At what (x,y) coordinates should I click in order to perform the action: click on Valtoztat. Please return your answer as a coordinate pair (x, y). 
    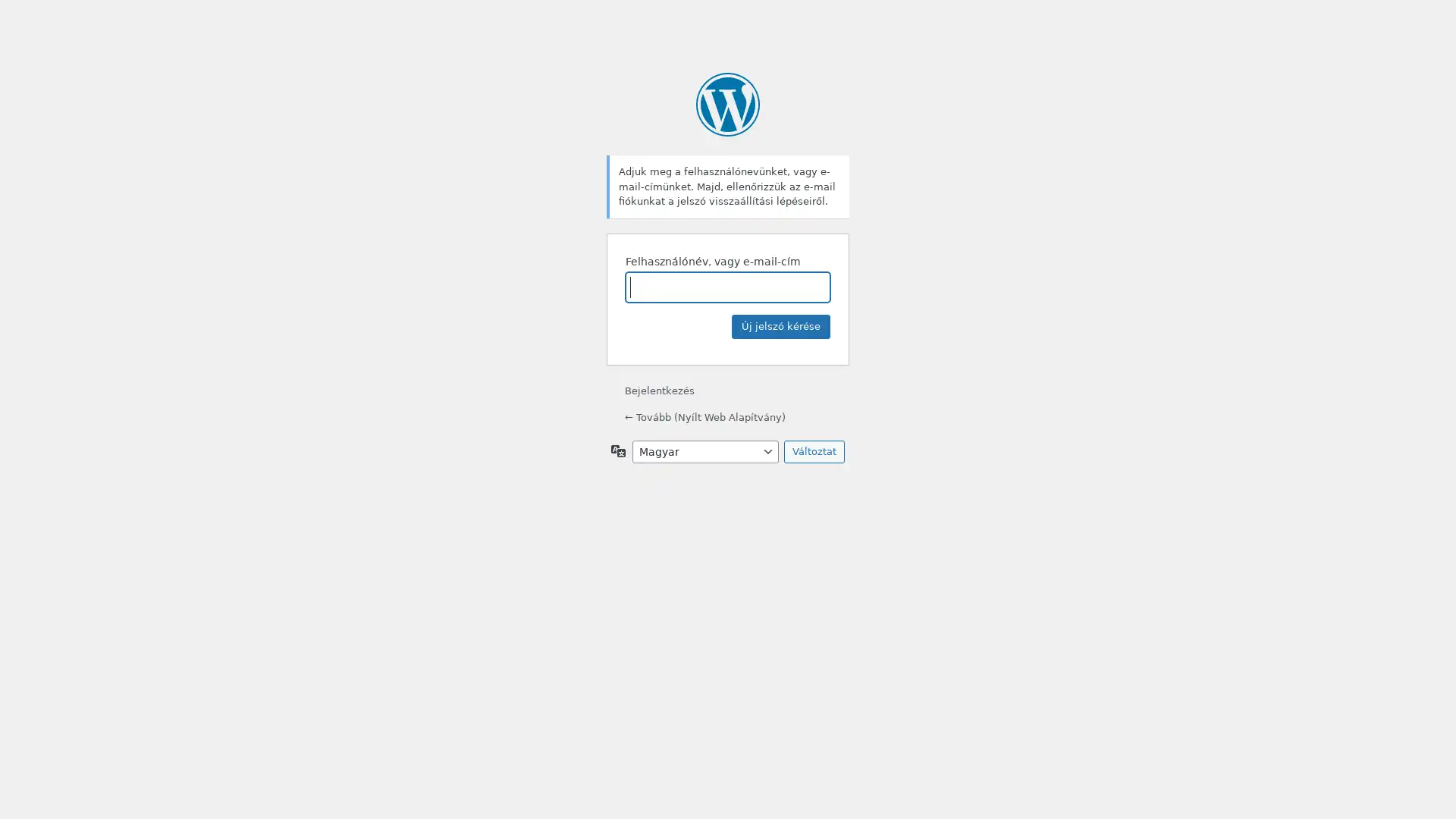
    Looking at the image, I should click on (814, 450).